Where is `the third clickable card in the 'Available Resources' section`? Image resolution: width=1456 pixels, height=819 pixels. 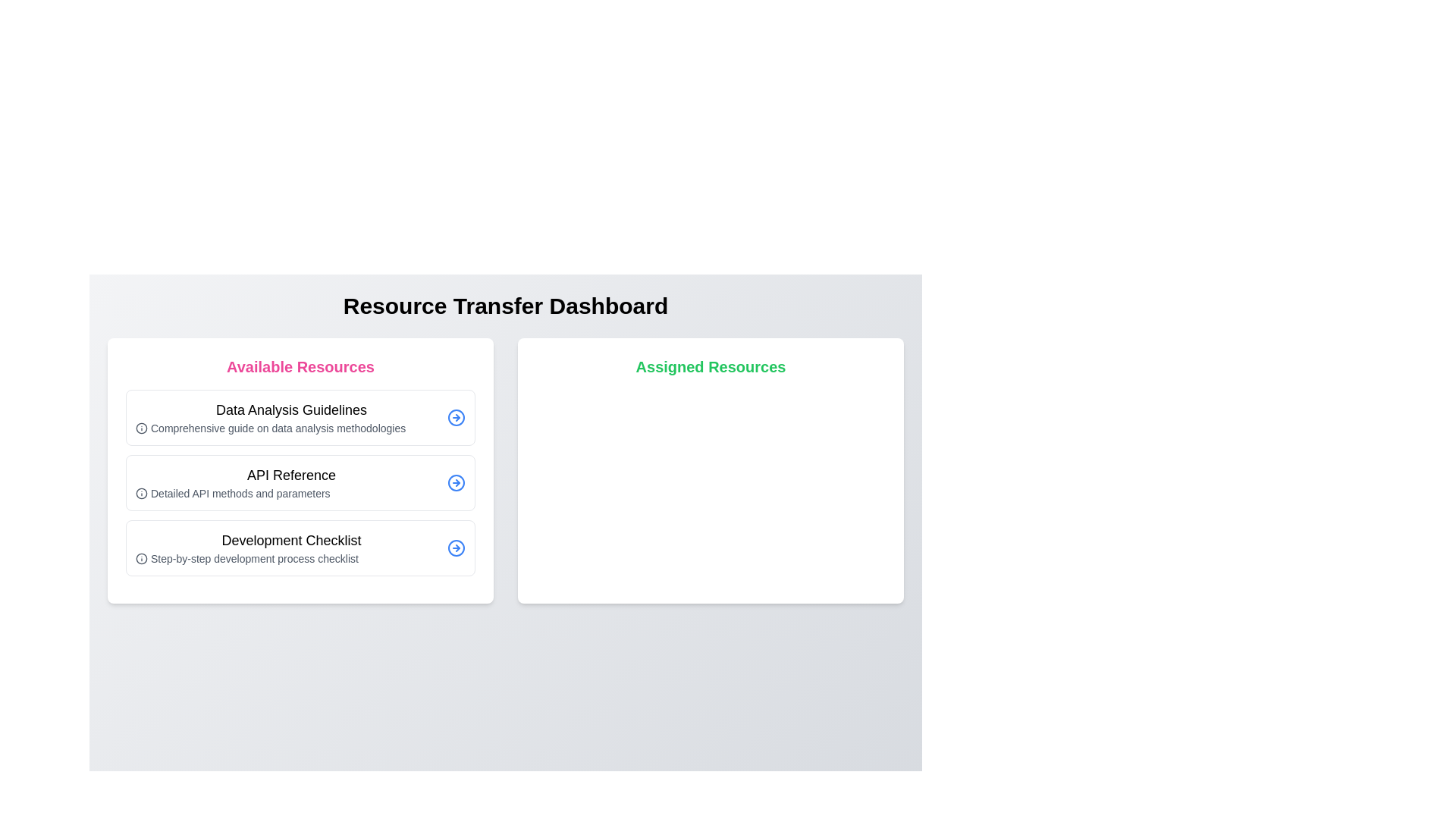 the third clickable card in the 'Available Resources' section is located at coordinates (300, 548).